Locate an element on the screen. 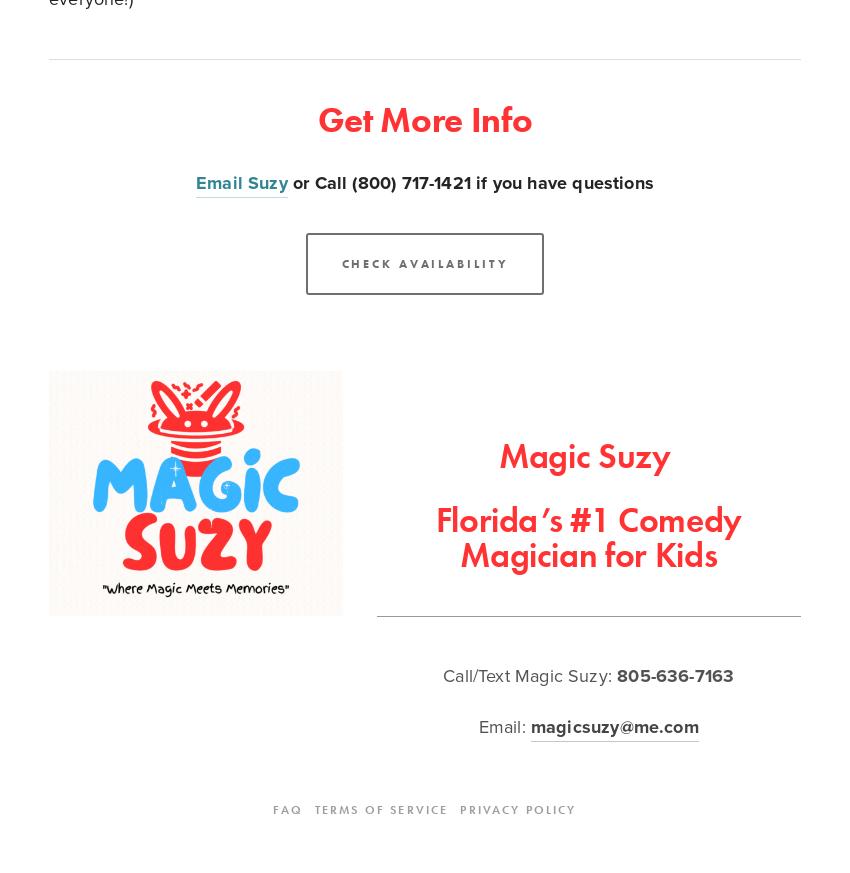 The width and height of the screenshot is (850, 873). 'Terms Of Service' is located at coordinates (379, 809).